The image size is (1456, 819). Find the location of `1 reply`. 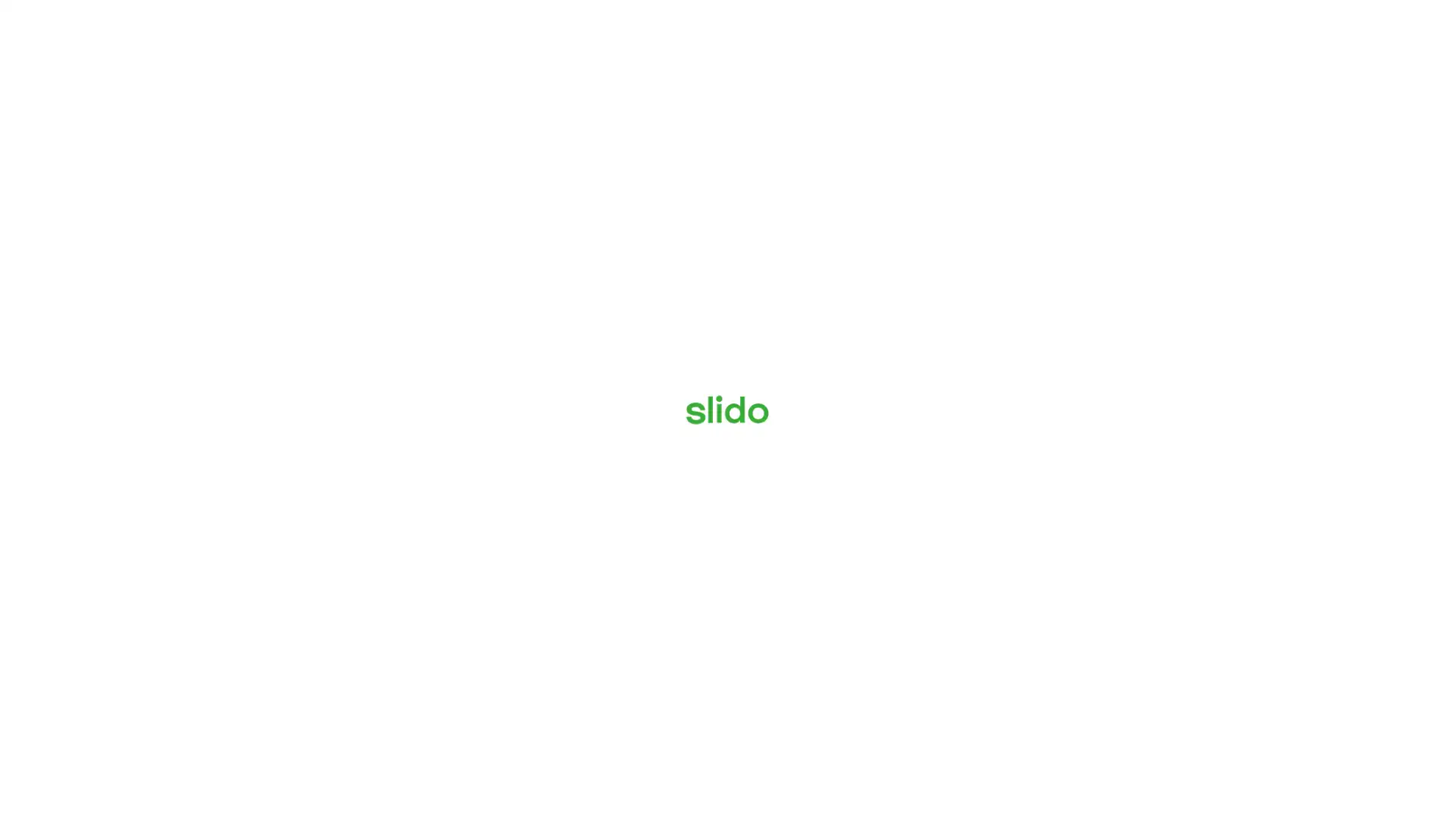

1 reply is located at coordinates (1128, 490).